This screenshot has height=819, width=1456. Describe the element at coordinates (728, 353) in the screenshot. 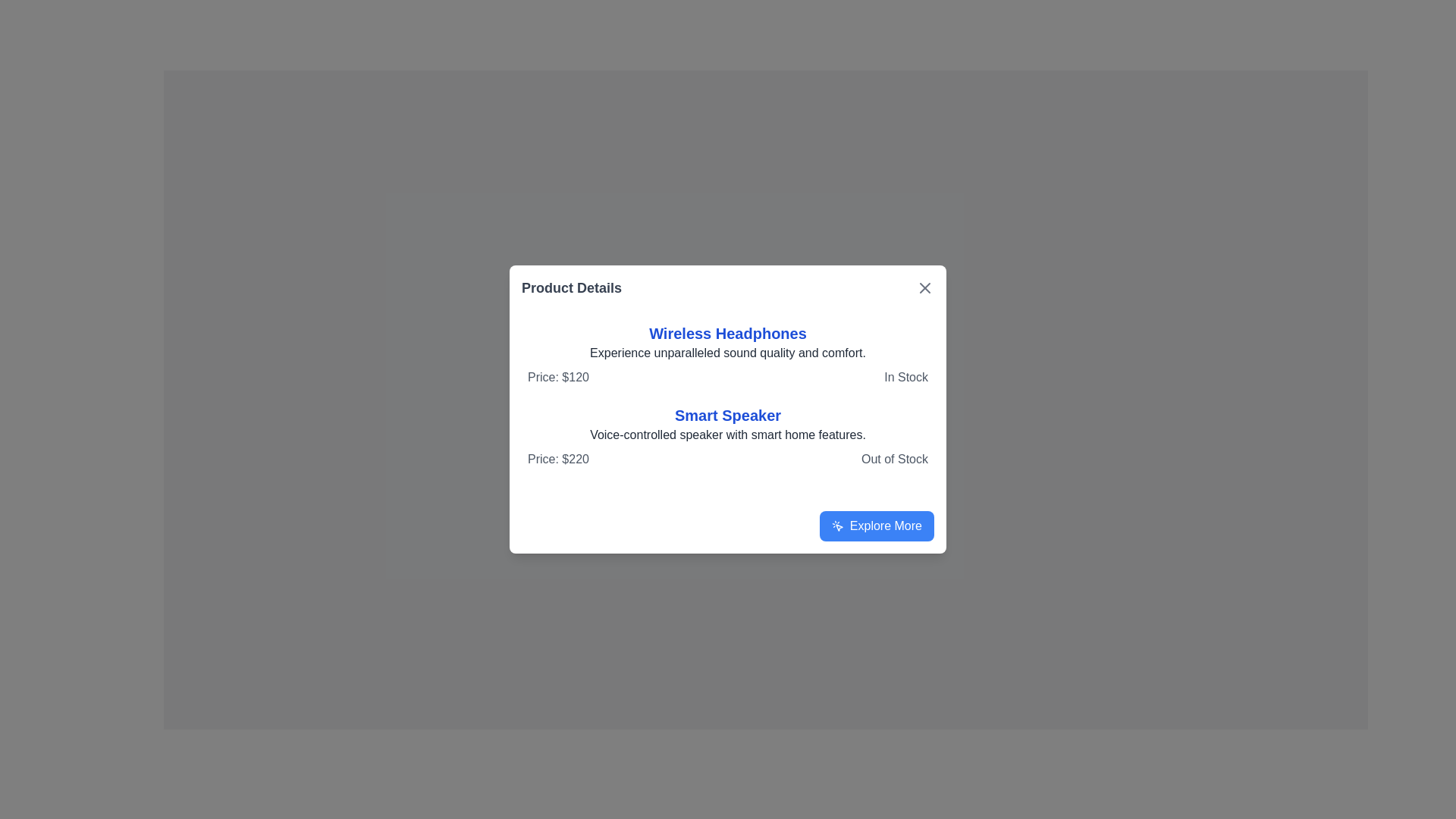

I see `the static text element that provides a description or tagline for 'Wireless Headphones', located below the heading and above the price and stock status` at that location.